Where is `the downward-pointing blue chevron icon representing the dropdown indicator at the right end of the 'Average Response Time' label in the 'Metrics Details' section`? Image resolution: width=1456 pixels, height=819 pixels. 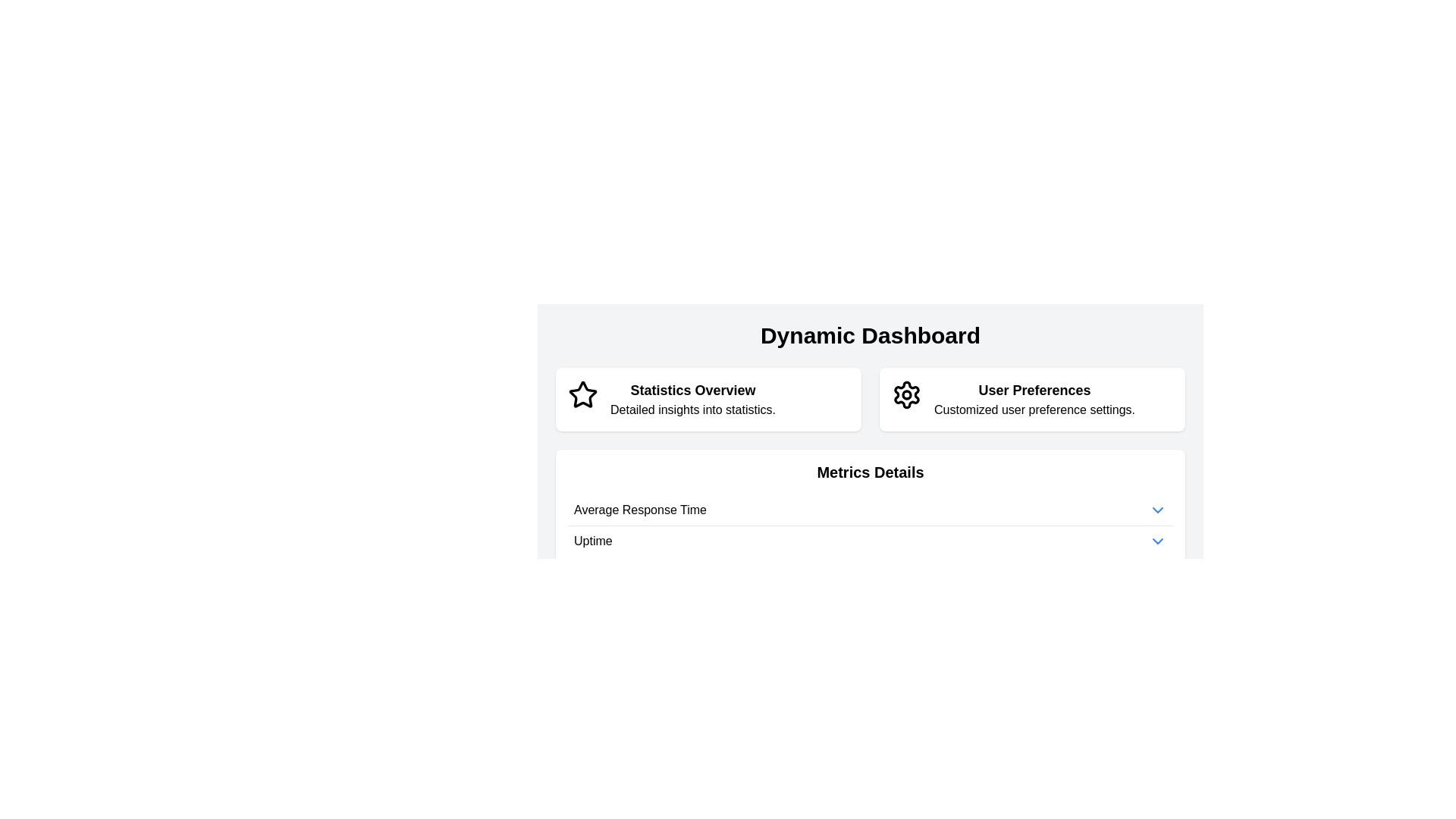
the downward-pointing blue chevron icon representing the dropdown indicator at the right end of the 'Average Response Time' label in the 'Metrics Details' section is located at coordinates (1156, 510).